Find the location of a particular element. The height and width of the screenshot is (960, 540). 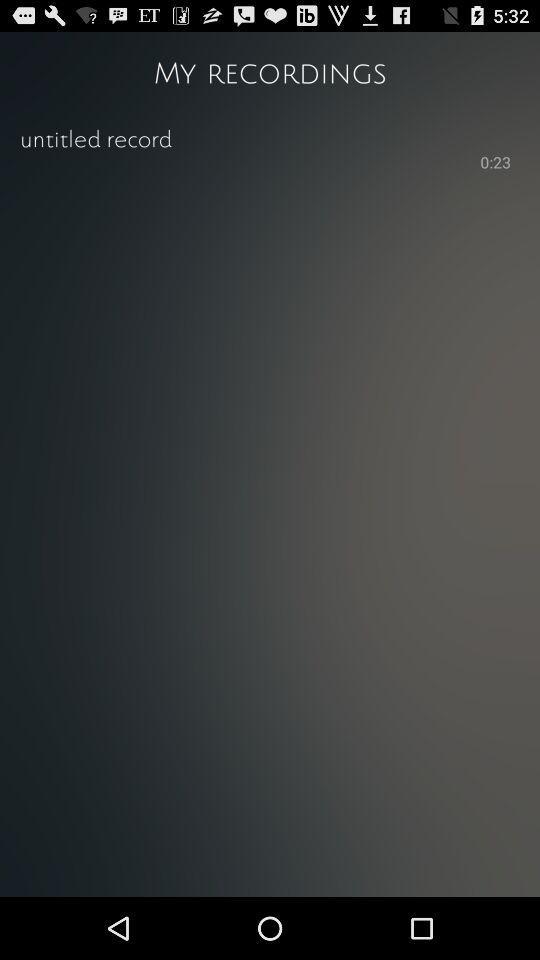

the untitled record item is located at coordinates (270, 136).